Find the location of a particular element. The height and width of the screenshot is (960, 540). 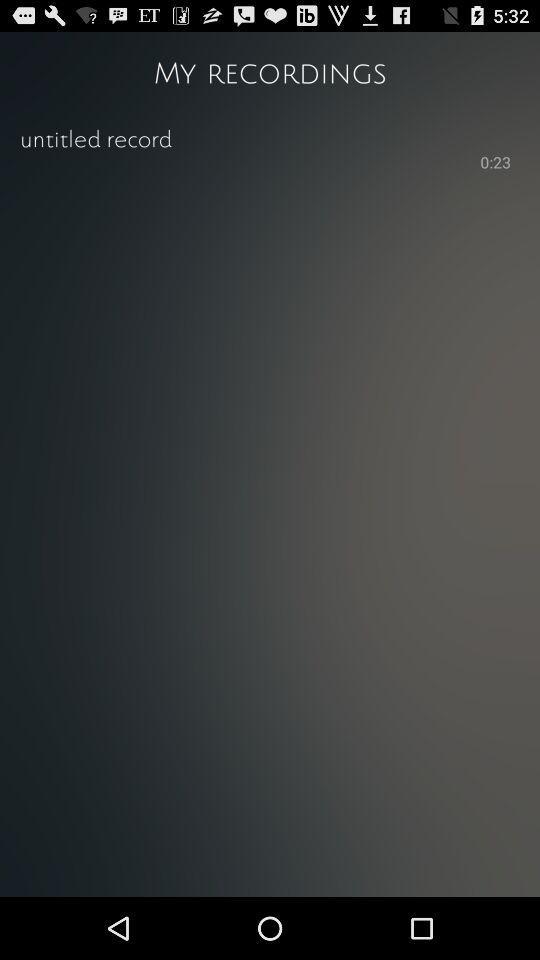

the untitled record item is located at coordinates (270, 136).